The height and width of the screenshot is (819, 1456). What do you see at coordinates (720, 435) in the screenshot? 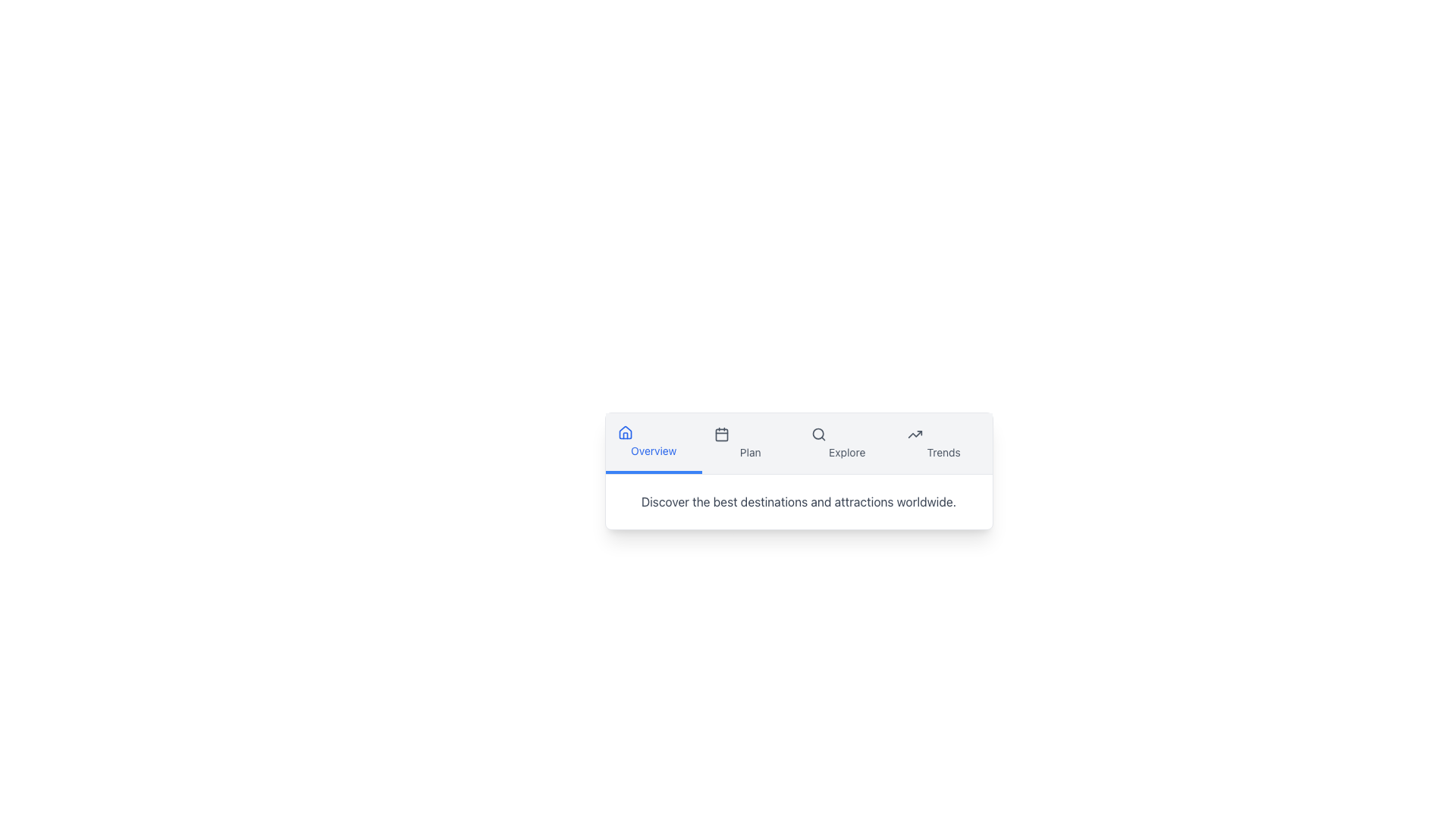
I see `the calendar icon located in the second segment of the horizontal navigation menu` at bounding box center [720, 435].